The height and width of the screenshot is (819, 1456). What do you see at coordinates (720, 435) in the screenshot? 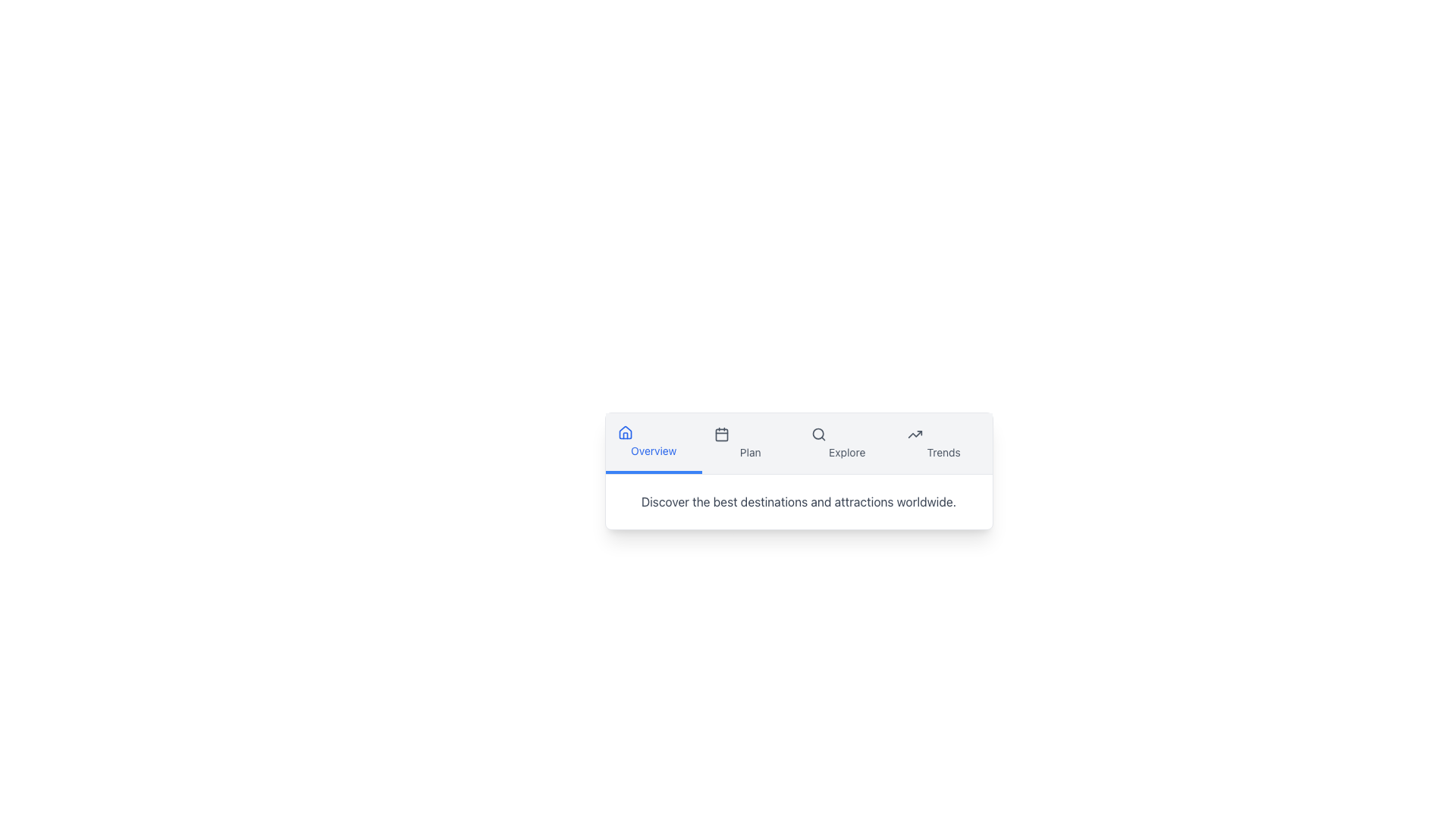
I see `the calendar icon located in the second segment of the horizontal navigation menu` at bounding box center [720, 435].